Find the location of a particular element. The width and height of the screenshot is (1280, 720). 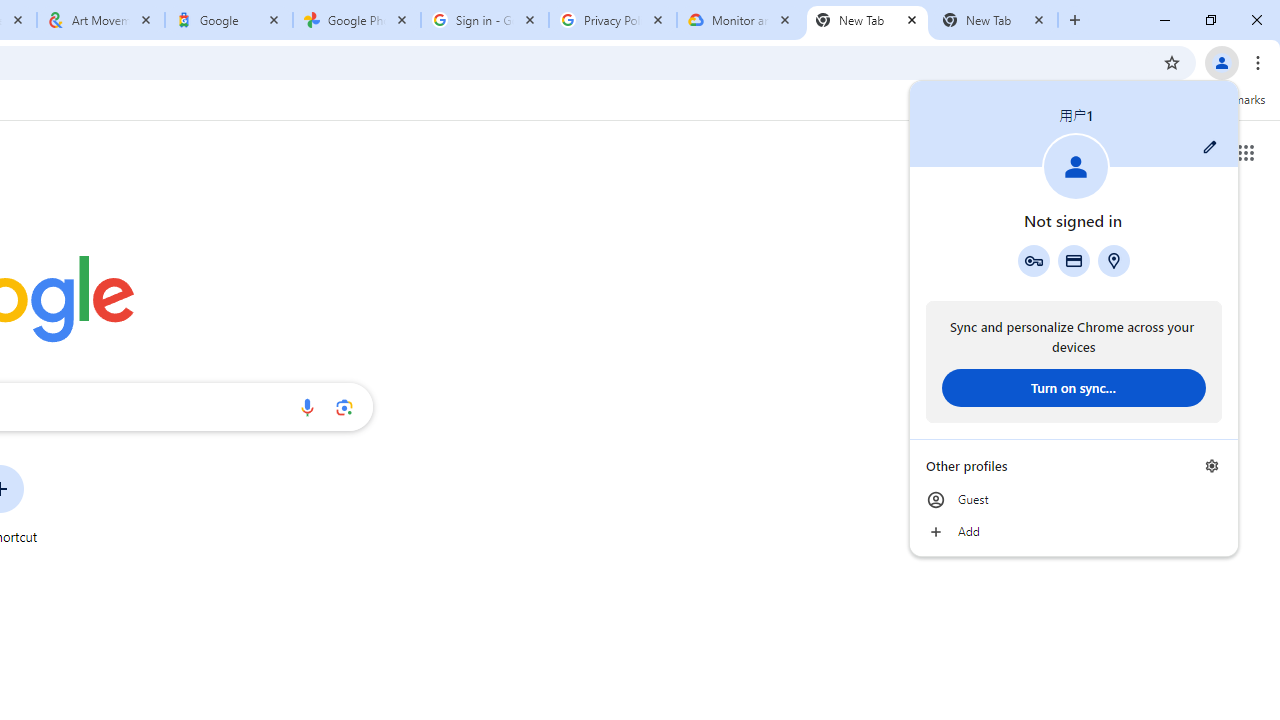

'Google' is located at coordinates (229, 20).